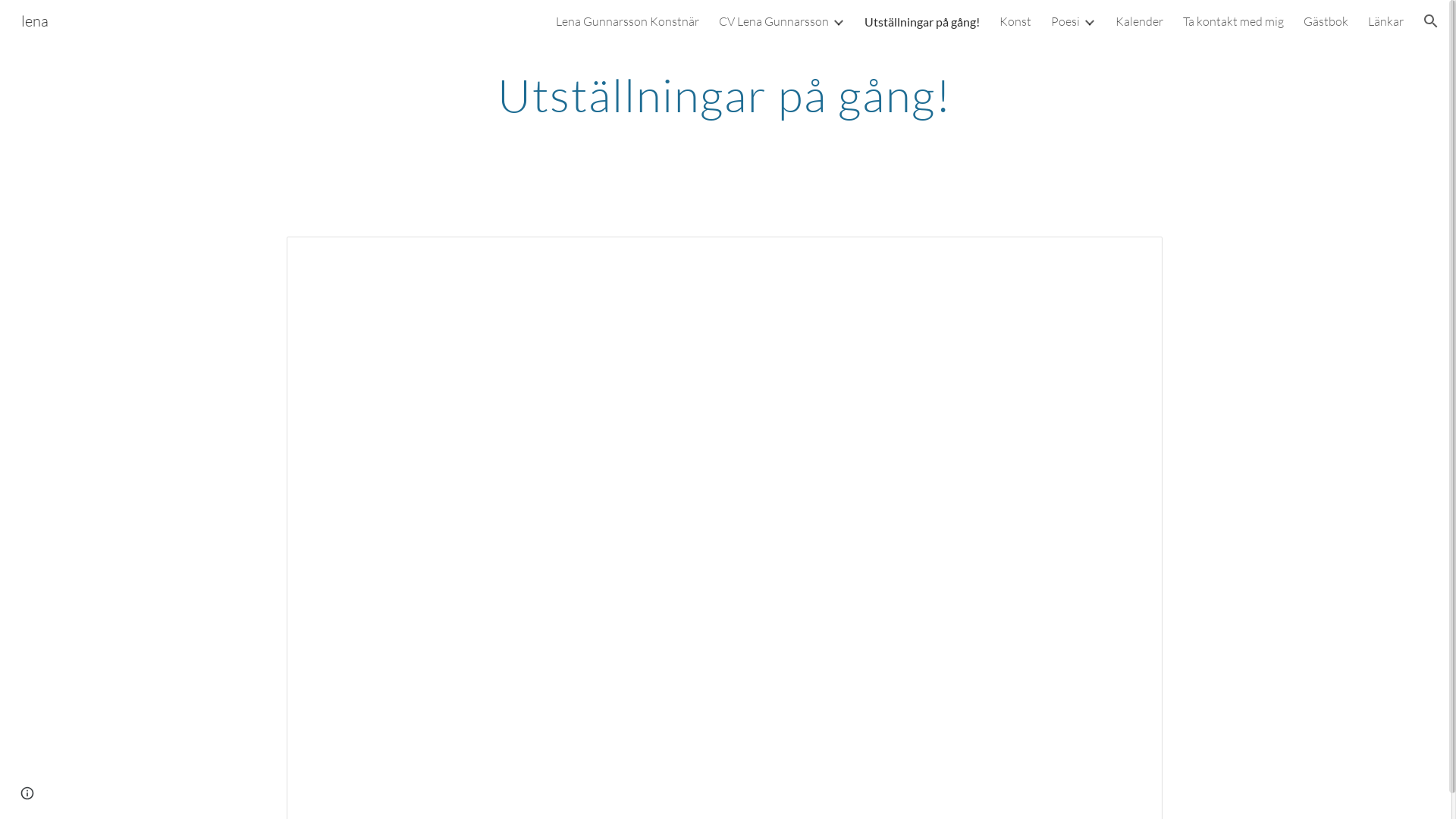  I want to click on 'Expand/Collapse', so click(1087, 20).